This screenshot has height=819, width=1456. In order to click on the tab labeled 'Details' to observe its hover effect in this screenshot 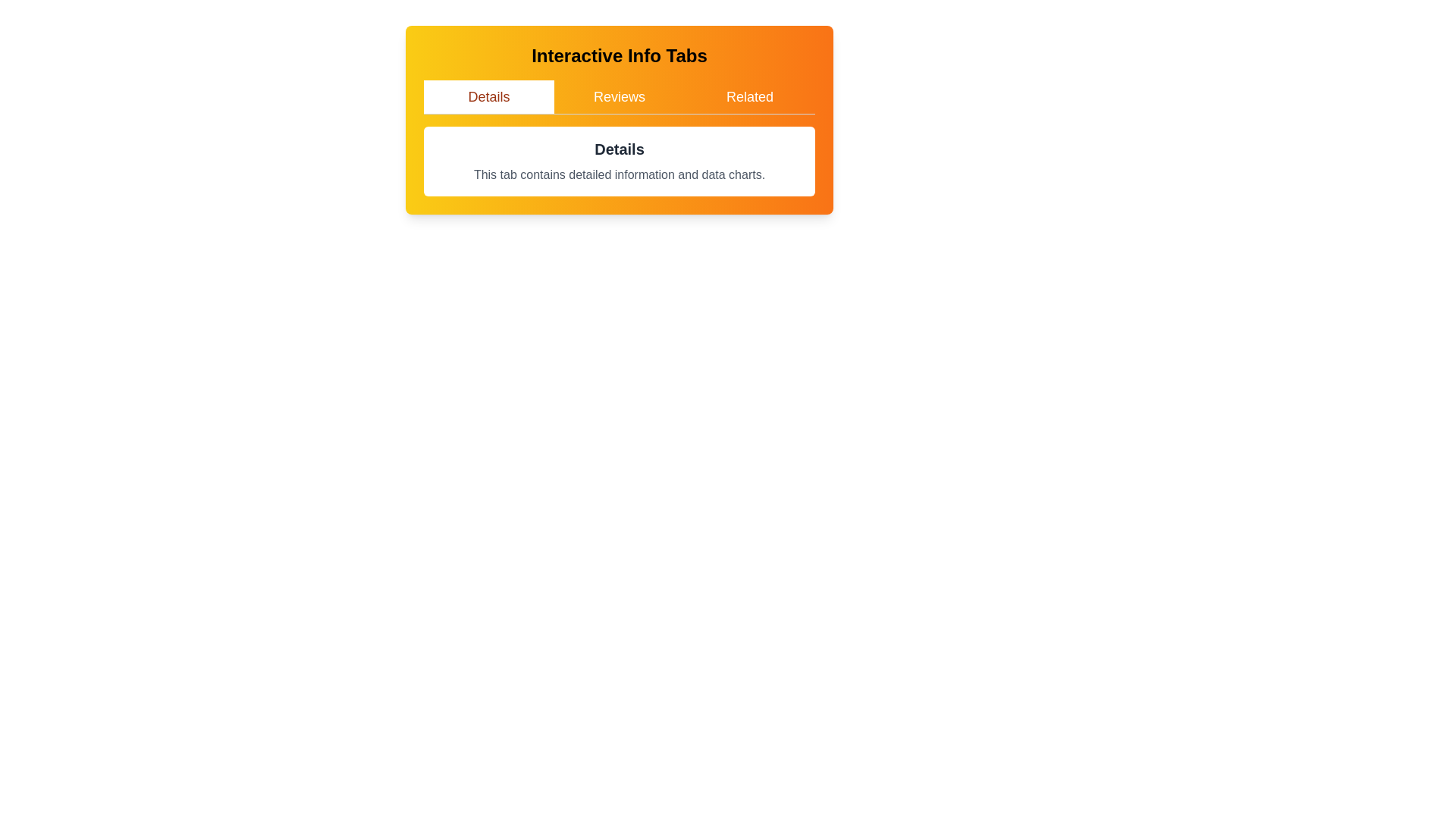, I will do `click(488, 96)`.